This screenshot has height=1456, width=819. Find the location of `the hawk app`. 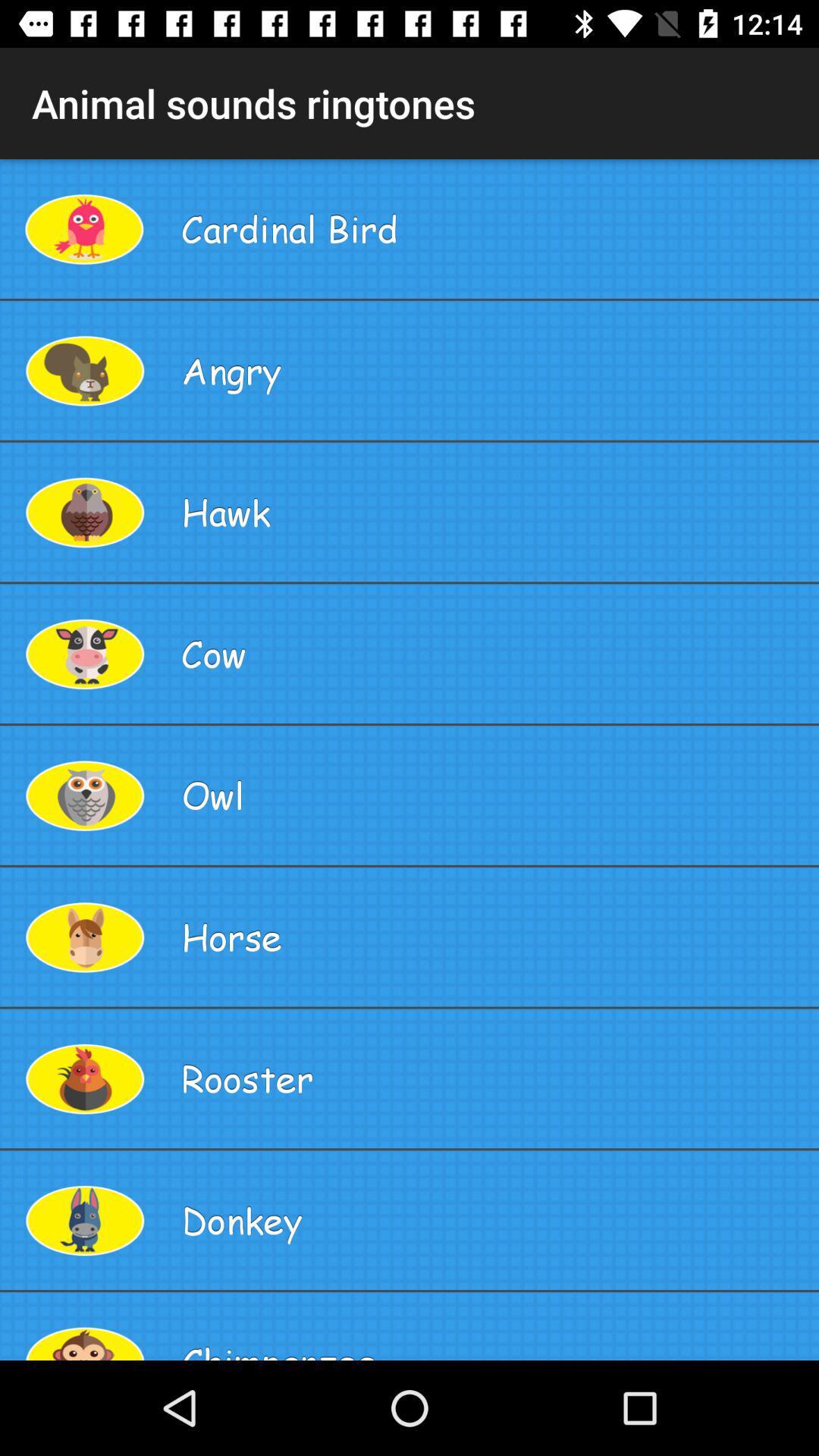

the hawk app is located at coordinates (494, 512).